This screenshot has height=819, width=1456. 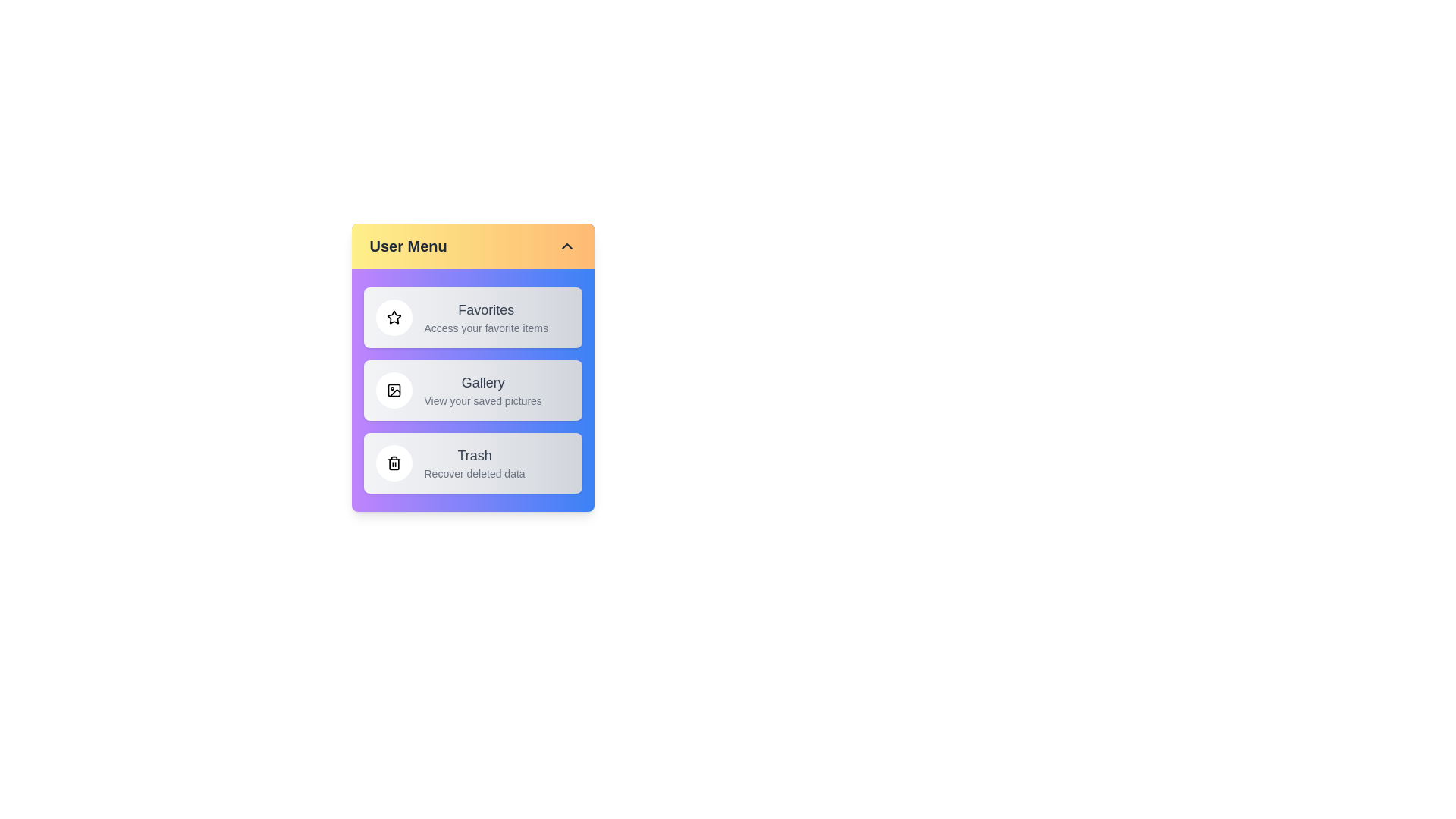 What do you see at coordinates (394, 390) in the screenshot?
I see `the icon of the menu item Gallery` at bounding box center [394, 390].